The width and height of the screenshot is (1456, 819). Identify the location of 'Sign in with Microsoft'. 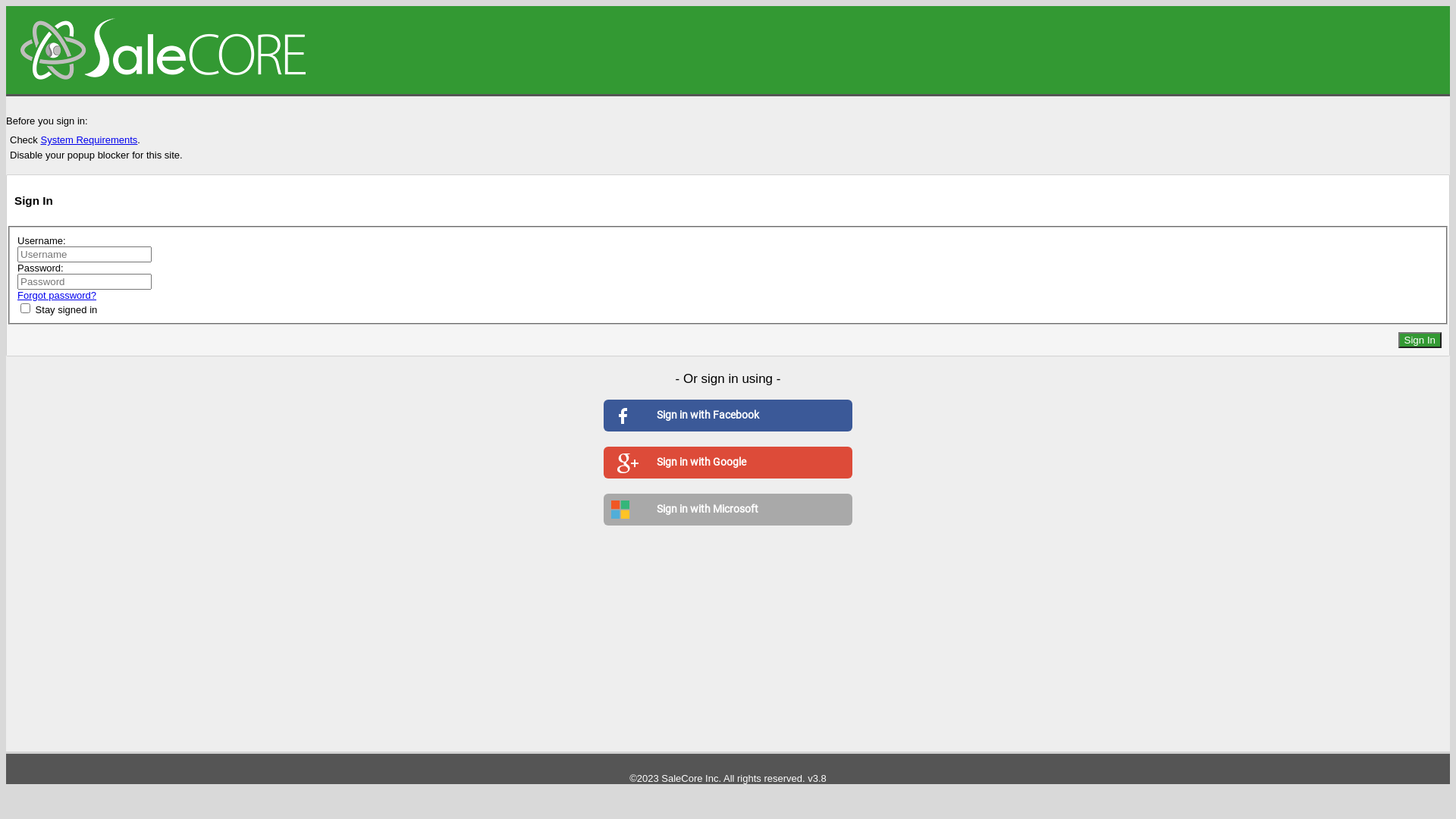
(728, 509).